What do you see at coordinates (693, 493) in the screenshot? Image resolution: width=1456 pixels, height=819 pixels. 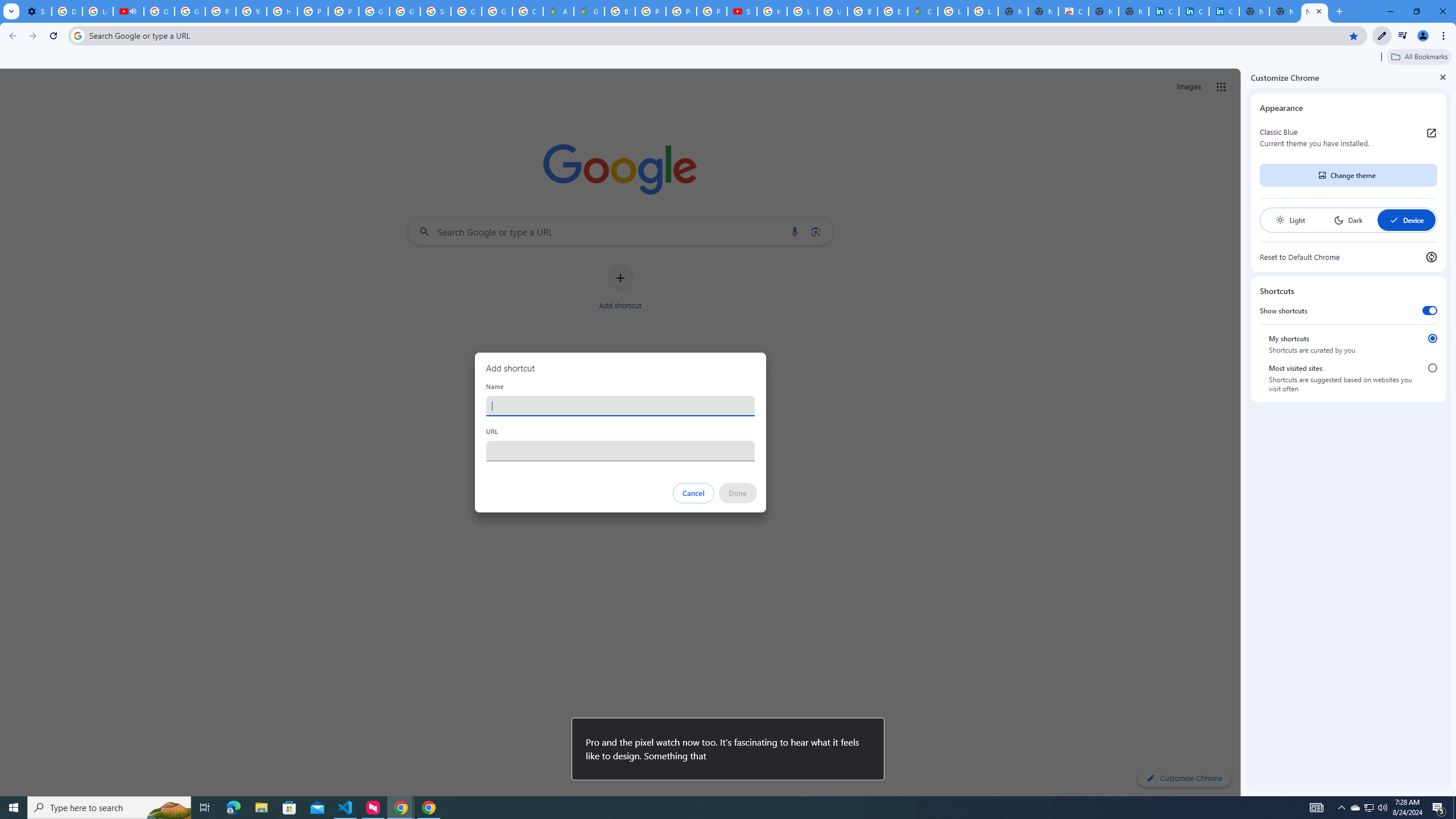 I see `'Cancel'` at bounding box center [693, 493].